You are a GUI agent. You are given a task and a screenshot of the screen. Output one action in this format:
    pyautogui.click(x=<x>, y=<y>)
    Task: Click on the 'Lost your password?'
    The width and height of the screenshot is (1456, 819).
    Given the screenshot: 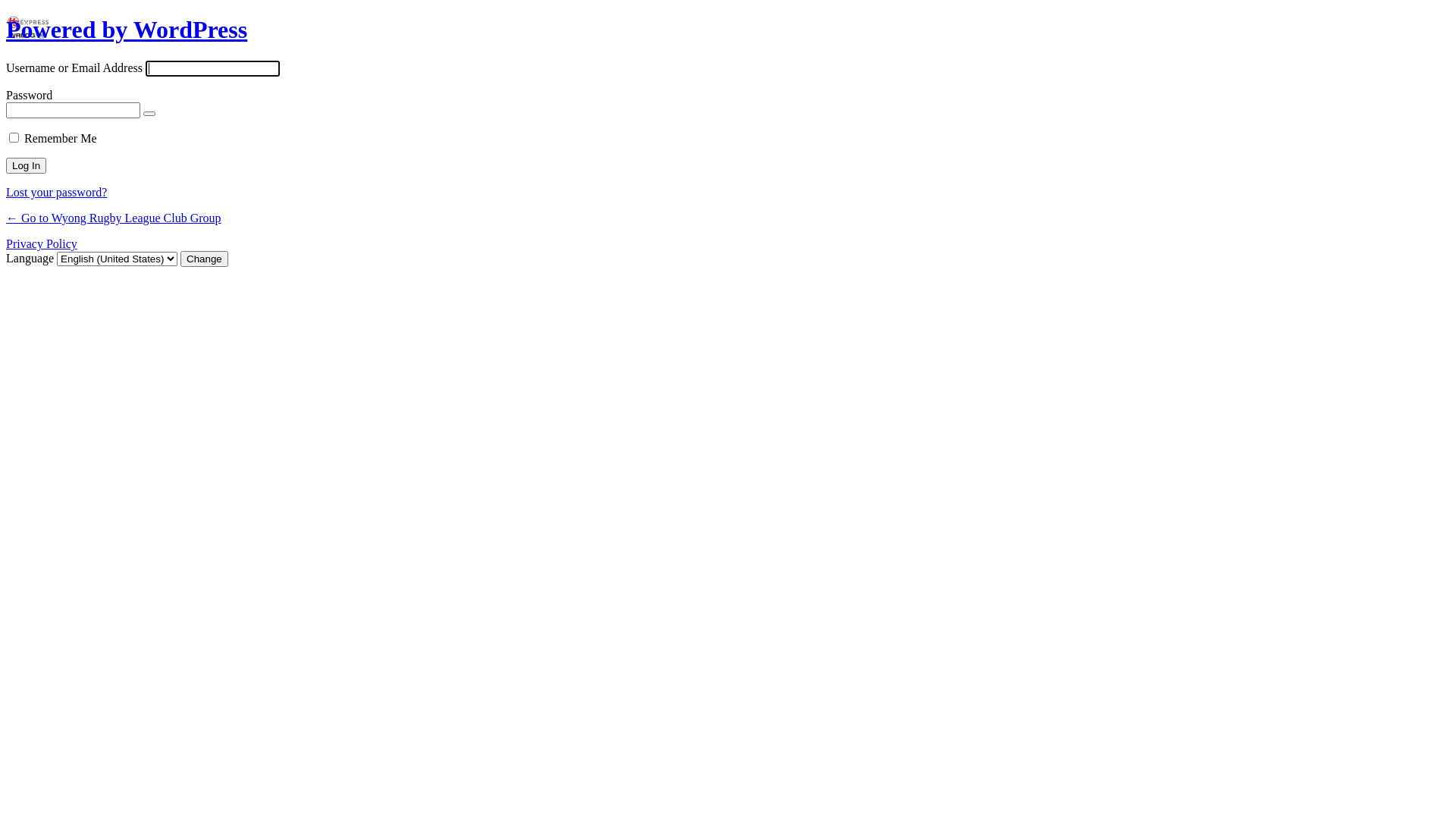 What is the action you would take?
    pyautogui.click(x=56, y=191)
    